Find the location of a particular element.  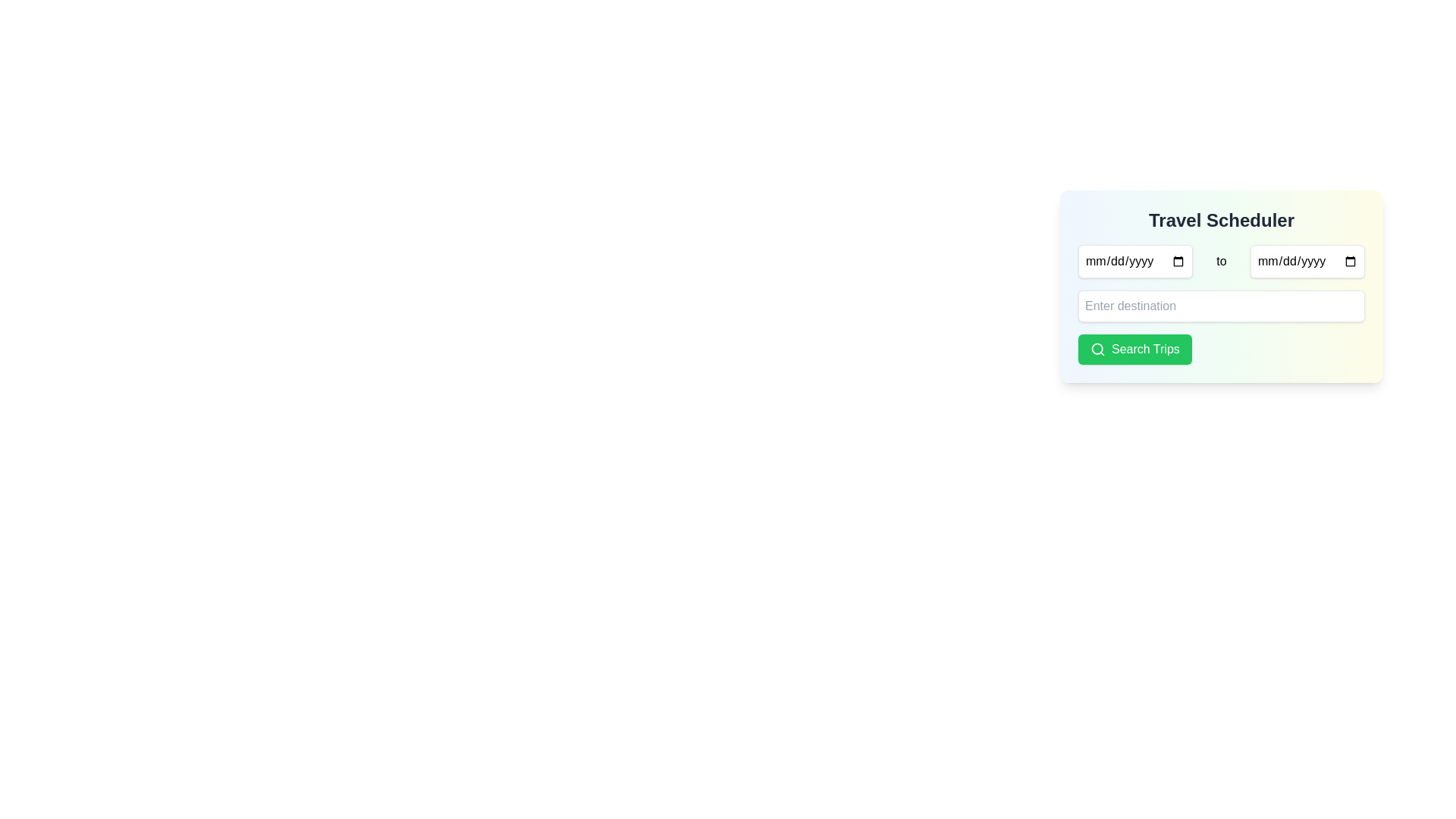

the text label displaying the word 'to', which is positioned between two date input fields is located at coordinates (1222, 260).